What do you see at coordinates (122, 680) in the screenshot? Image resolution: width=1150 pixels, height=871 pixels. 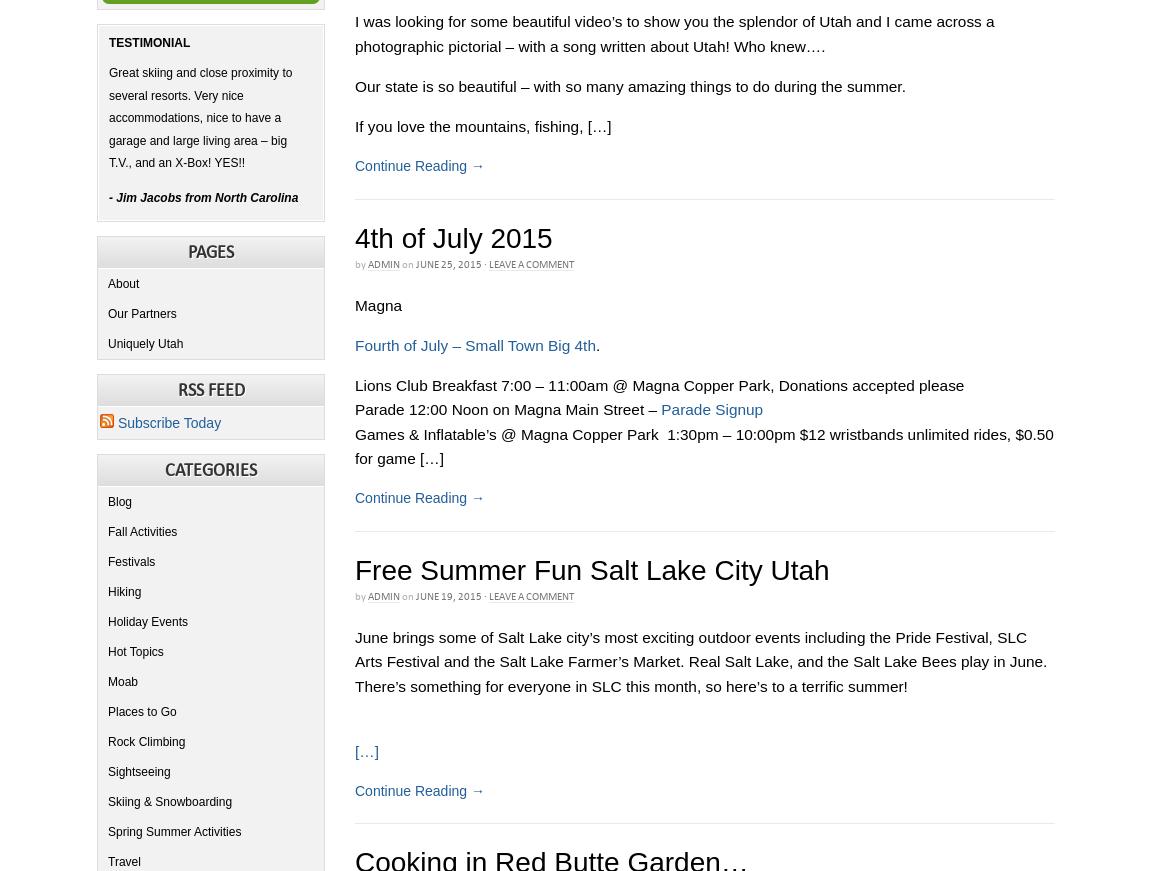 I see `'Moab'` at bounding box center [122, 680].